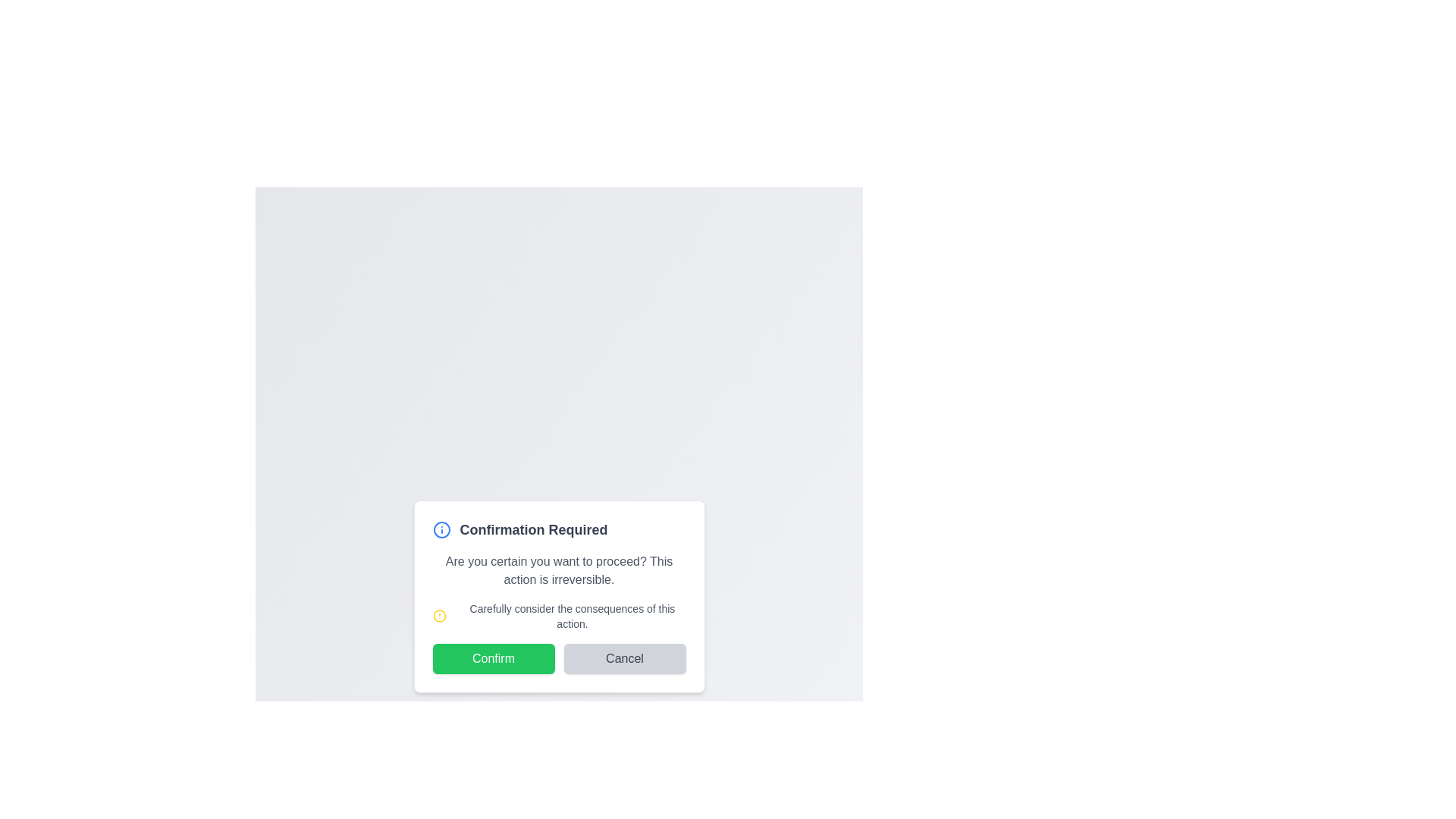 Image resolution: width=1456 pixels, height=819 pixels. Describe the element at coordinates (439, 617) in the screenshot. I see `the warning icon located to the far left of the warning message 'Carefully consider the consequences of this action' in the confirmation dialog box` at that location.